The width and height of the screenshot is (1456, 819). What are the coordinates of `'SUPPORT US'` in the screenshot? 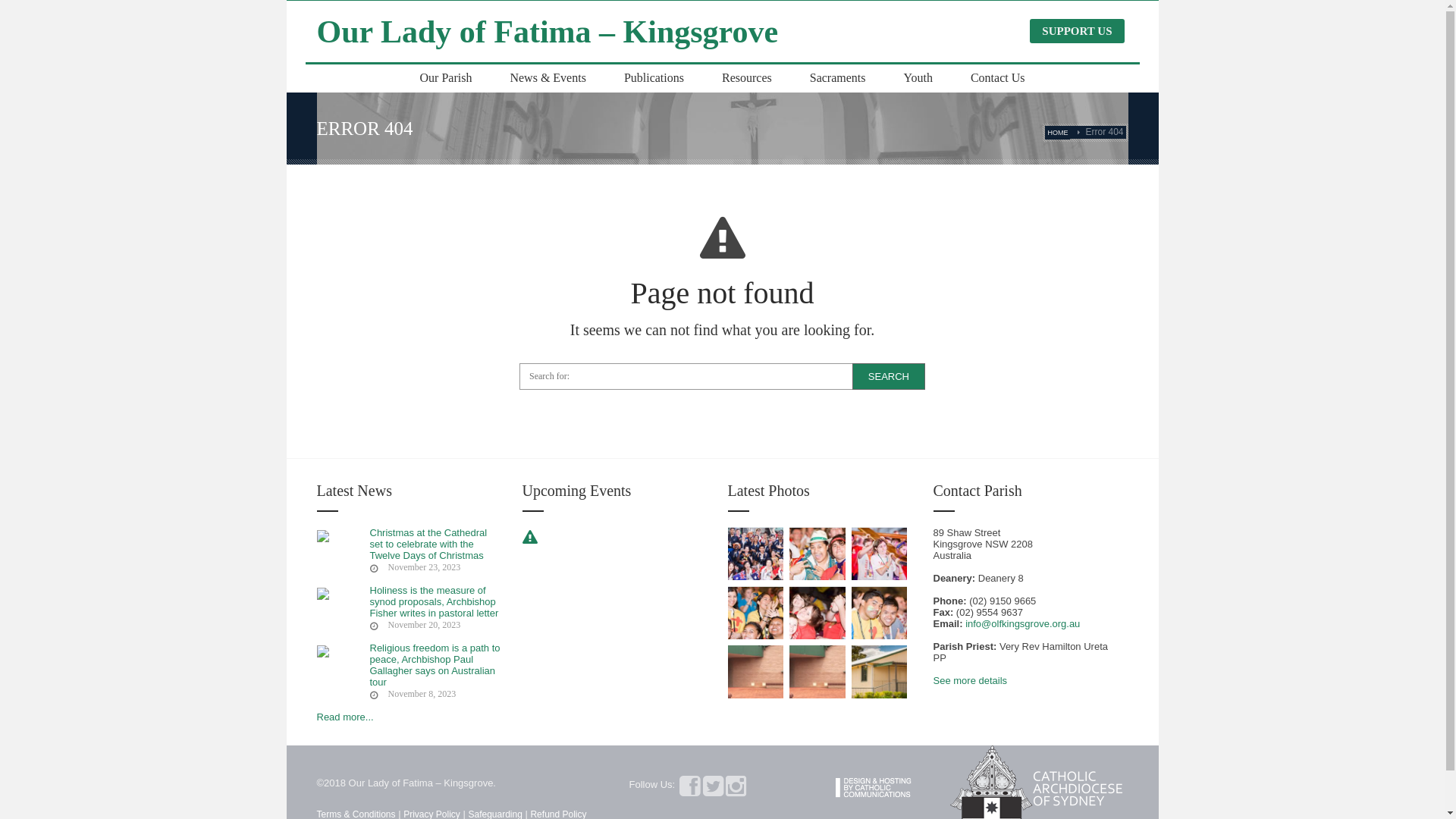 It's located at (1030, 31).